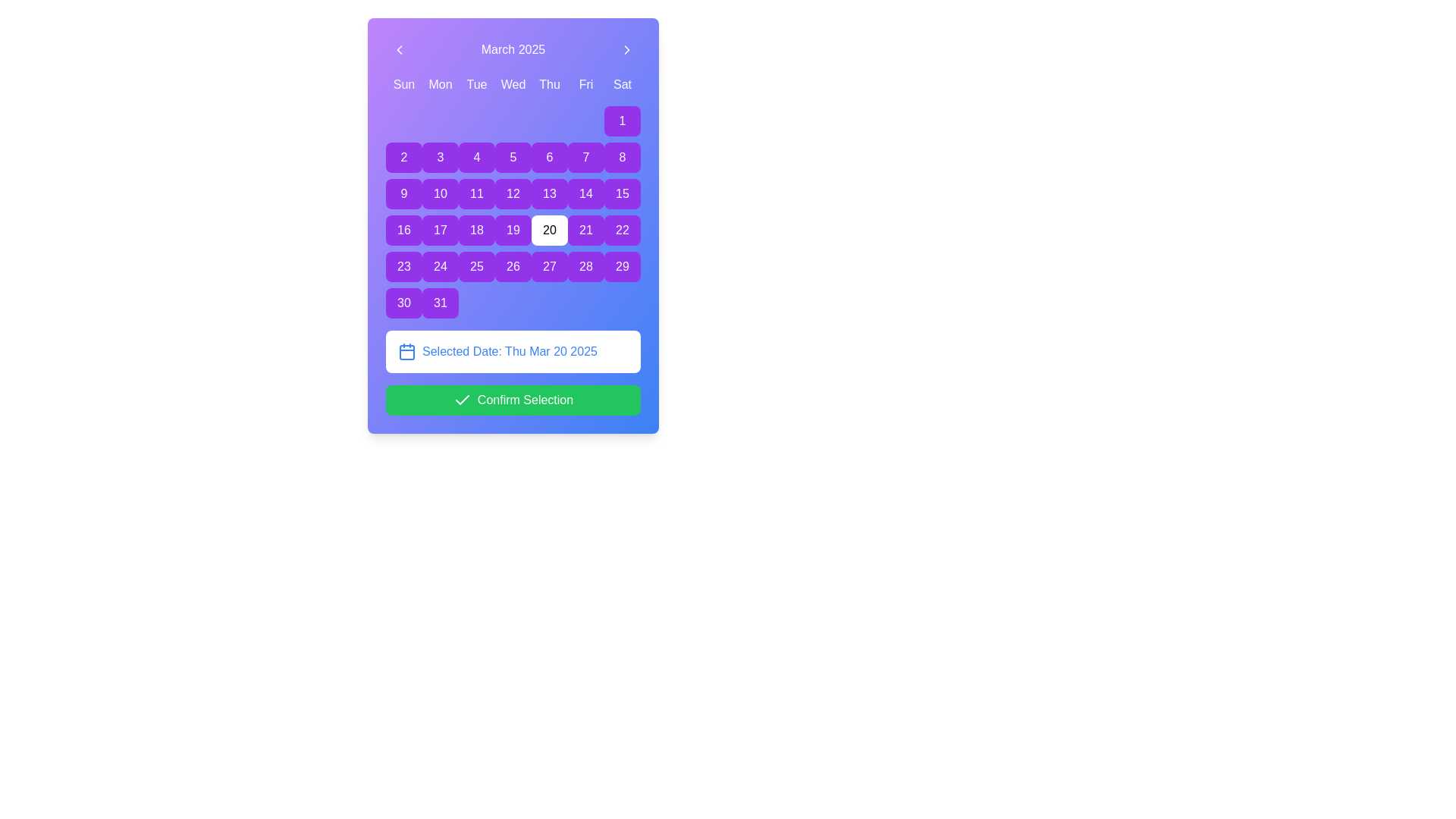 The width and height of the screenshot is (1456, 819). Describe the element at coordinates (439, 265) in the screenshot. I see `the button displaying the number '24' against a purple rounded rectangle` at that location.